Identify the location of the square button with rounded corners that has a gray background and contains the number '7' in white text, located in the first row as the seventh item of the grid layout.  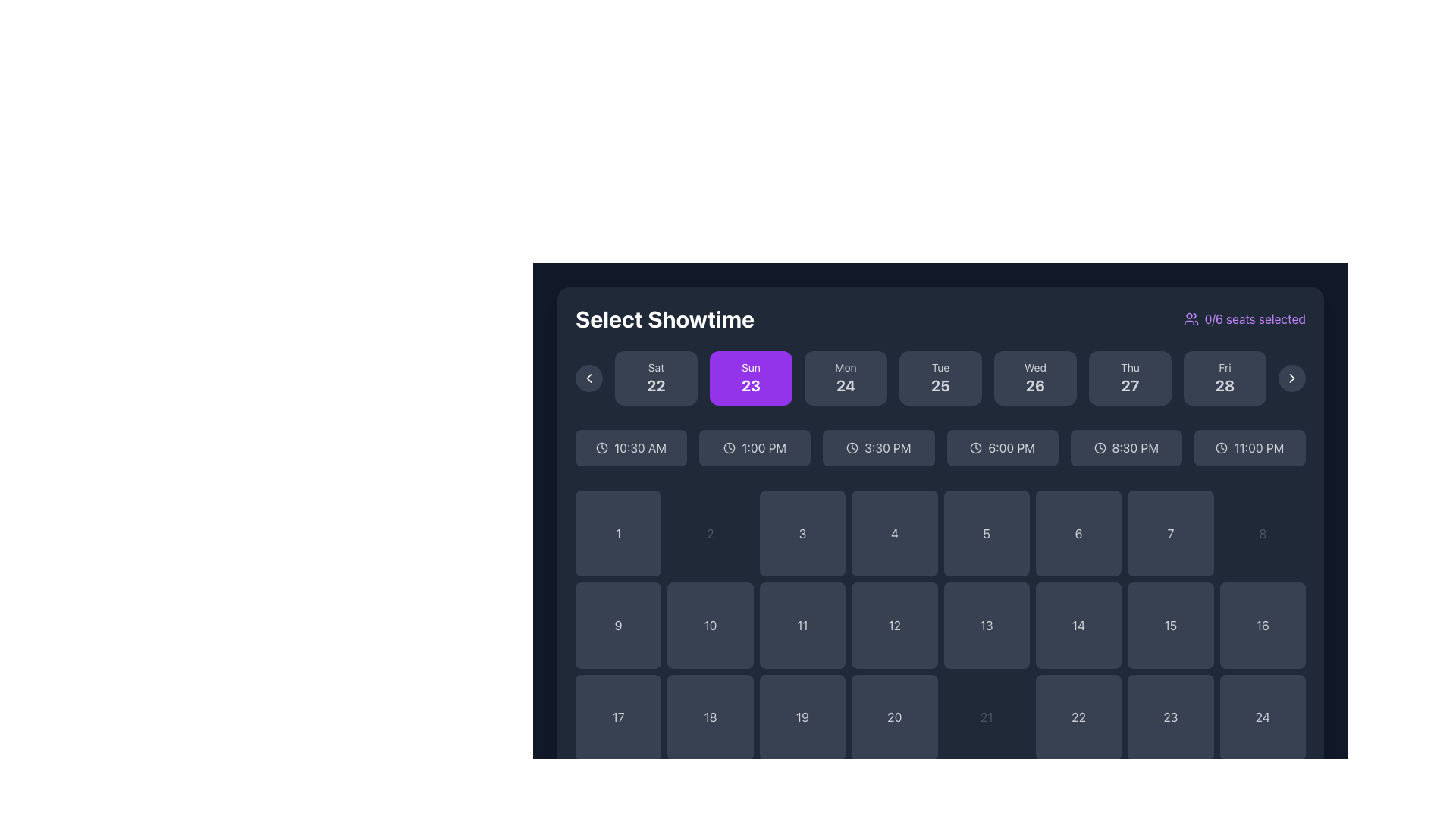
(1169, 532).